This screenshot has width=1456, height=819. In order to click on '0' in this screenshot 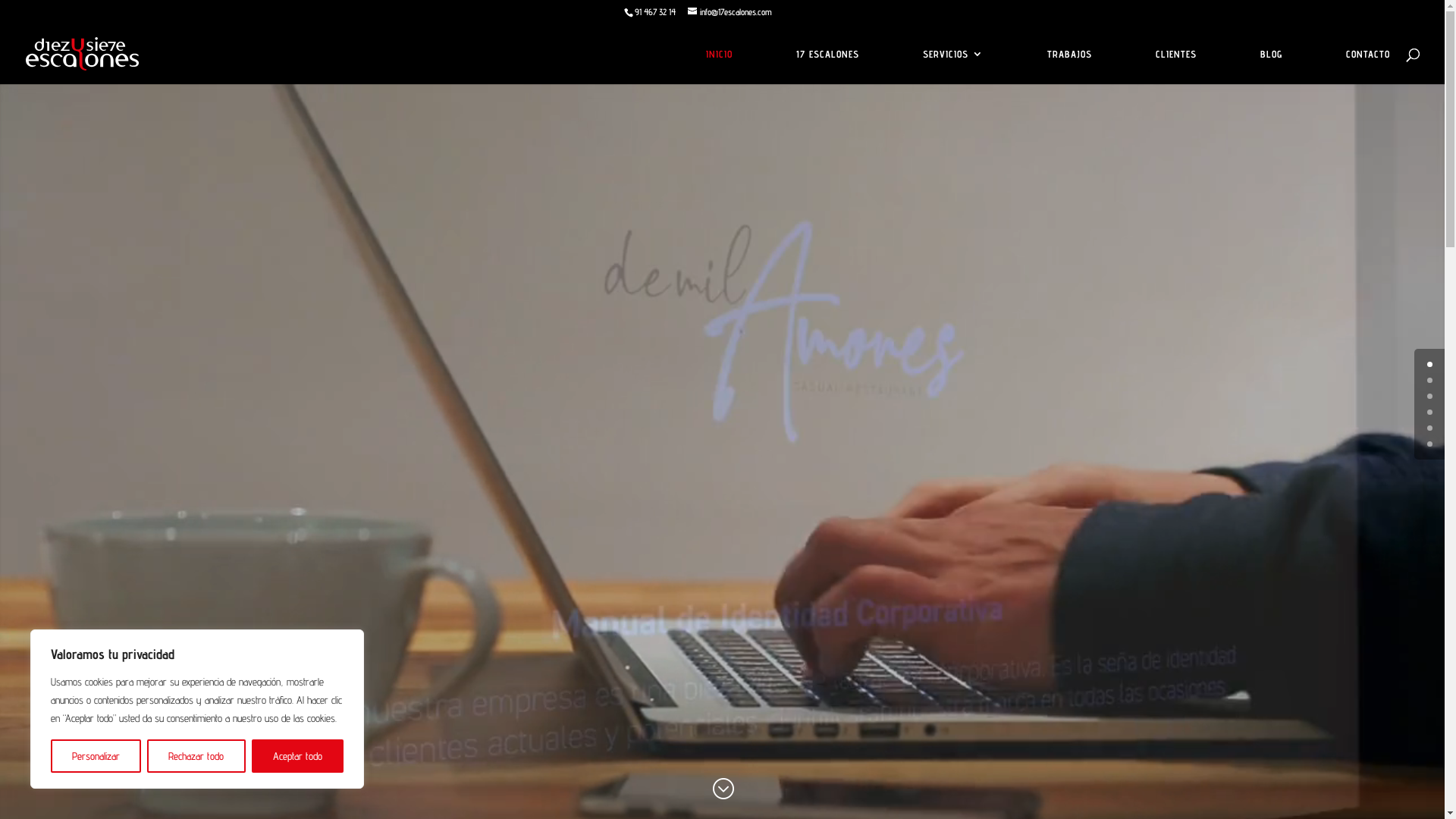, I will do `click(1429, 364)`.